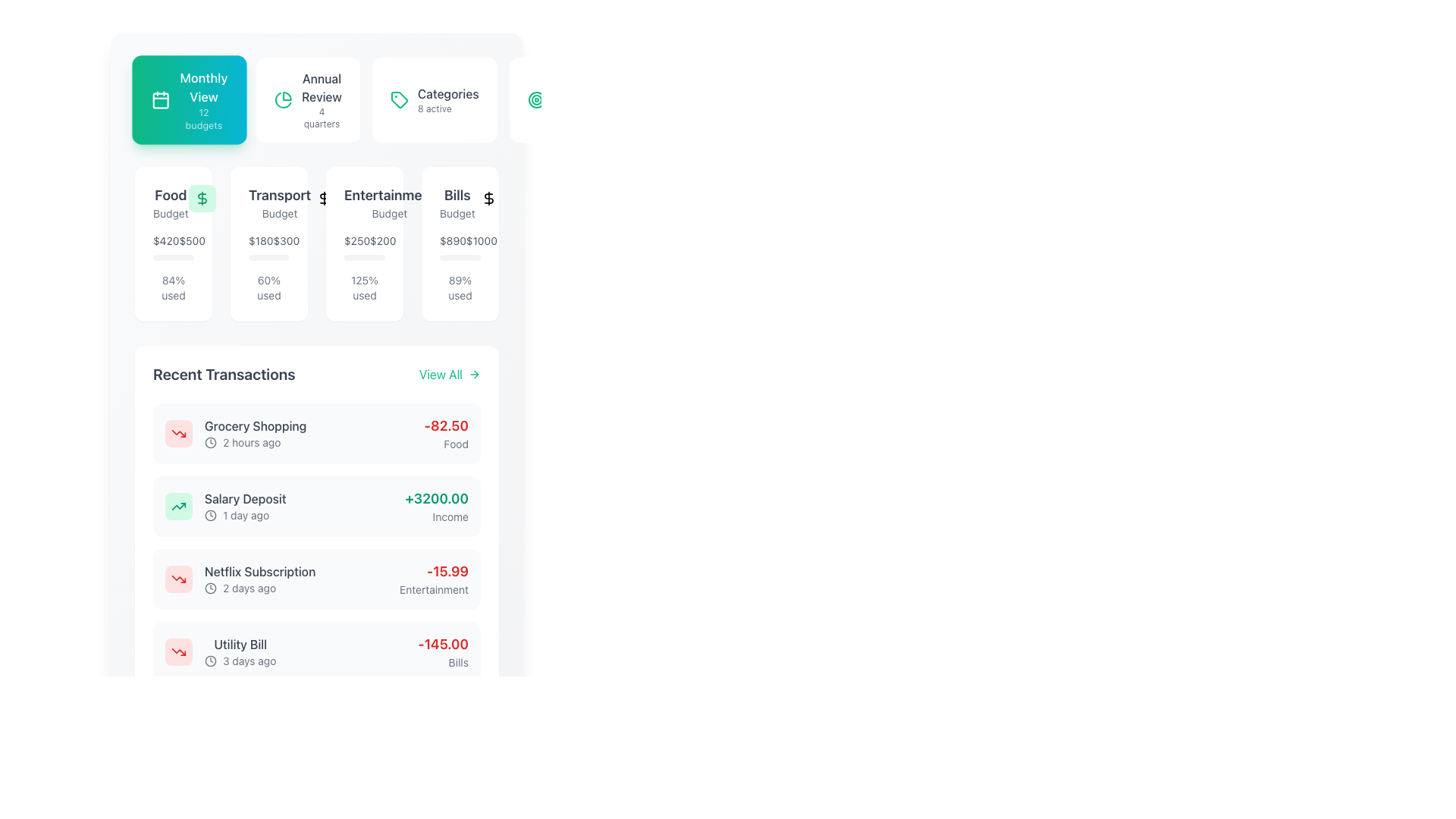  Describe the element at coordinates (452, 240) in the screenshot. I see `the static text label displaying '$890', which is styled in bold, sans-serif black font and positioned in the middle-right section of the UI, adjacent to another amount '$1000'` at that location.